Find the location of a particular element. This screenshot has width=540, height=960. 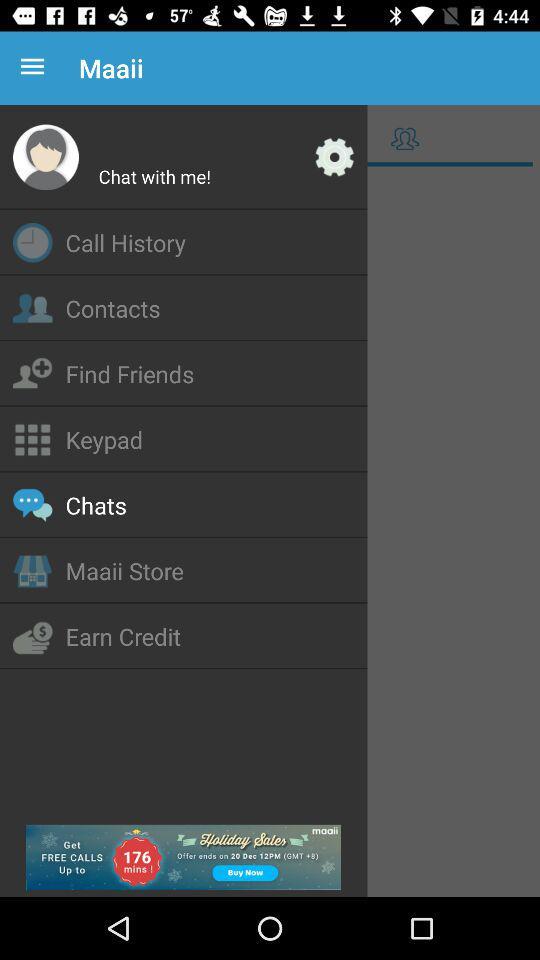

open settings section is located at coordinates (334, 156).